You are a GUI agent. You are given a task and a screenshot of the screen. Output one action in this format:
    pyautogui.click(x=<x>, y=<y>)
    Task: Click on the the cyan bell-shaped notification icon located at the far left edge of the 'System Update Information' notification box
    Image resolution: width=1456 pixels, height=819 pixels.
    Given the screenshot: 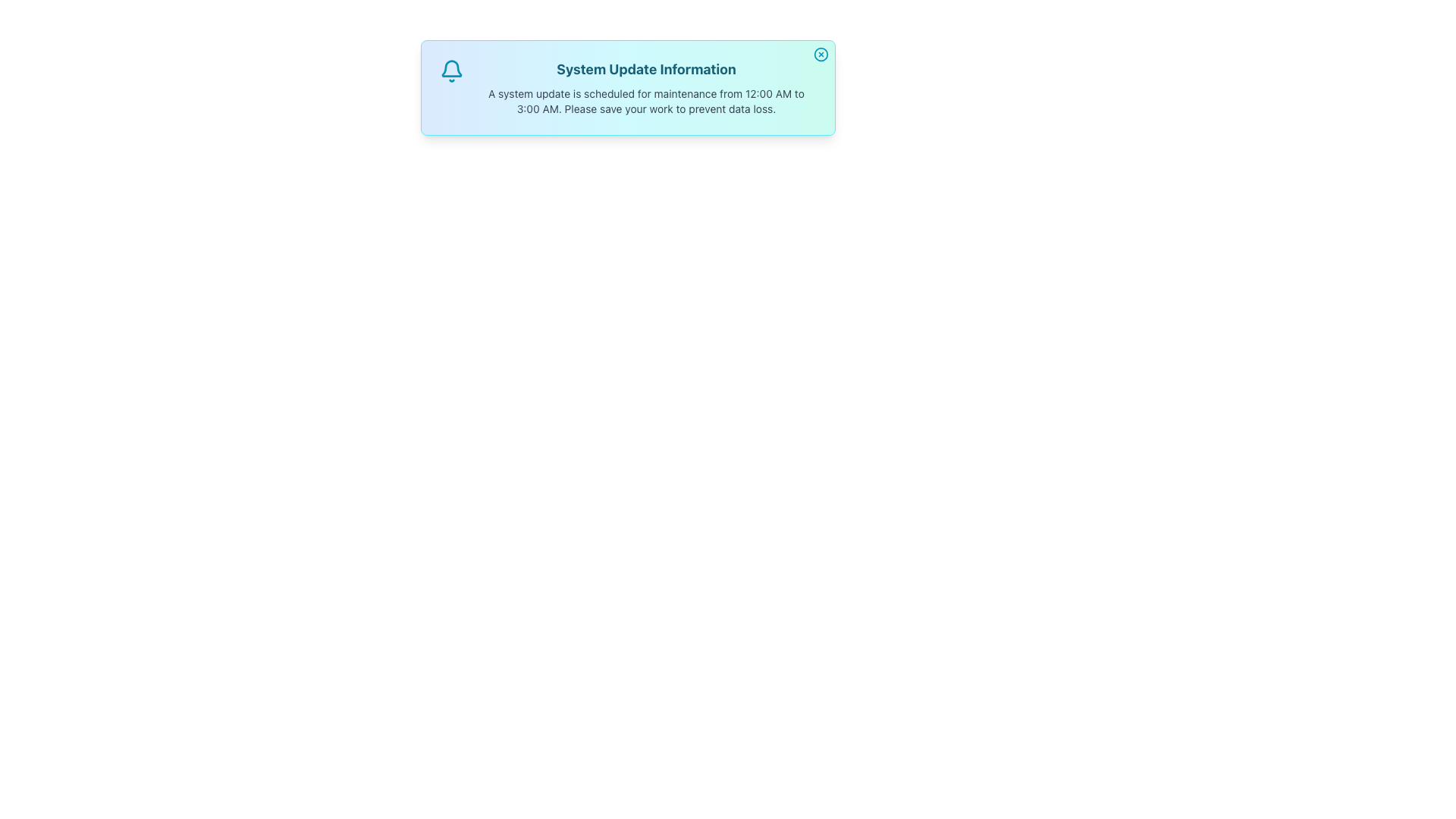 What is the action you would take?
    pyautogui.click(x=450, y=71)
    